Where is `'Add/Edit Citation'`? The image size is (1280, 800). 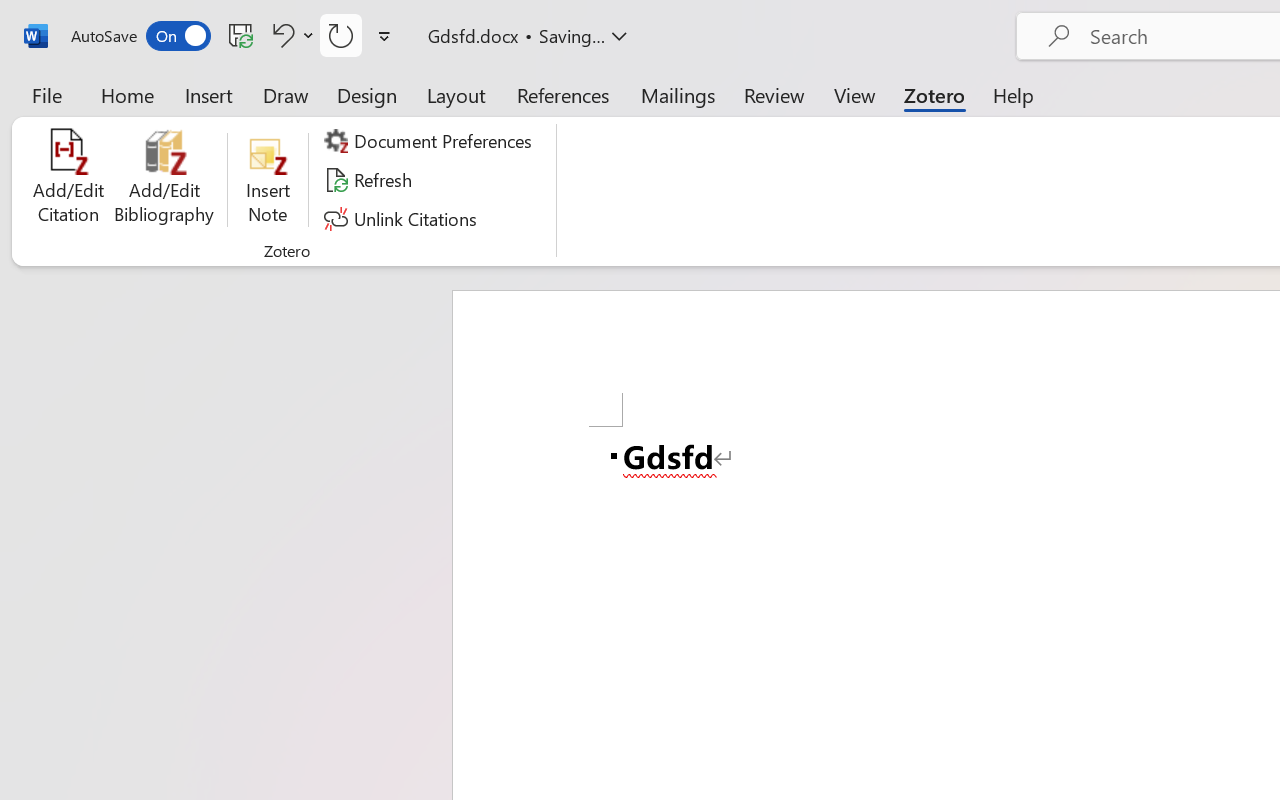
'Add/Edit Citation' is located at coordinates (68, 179).